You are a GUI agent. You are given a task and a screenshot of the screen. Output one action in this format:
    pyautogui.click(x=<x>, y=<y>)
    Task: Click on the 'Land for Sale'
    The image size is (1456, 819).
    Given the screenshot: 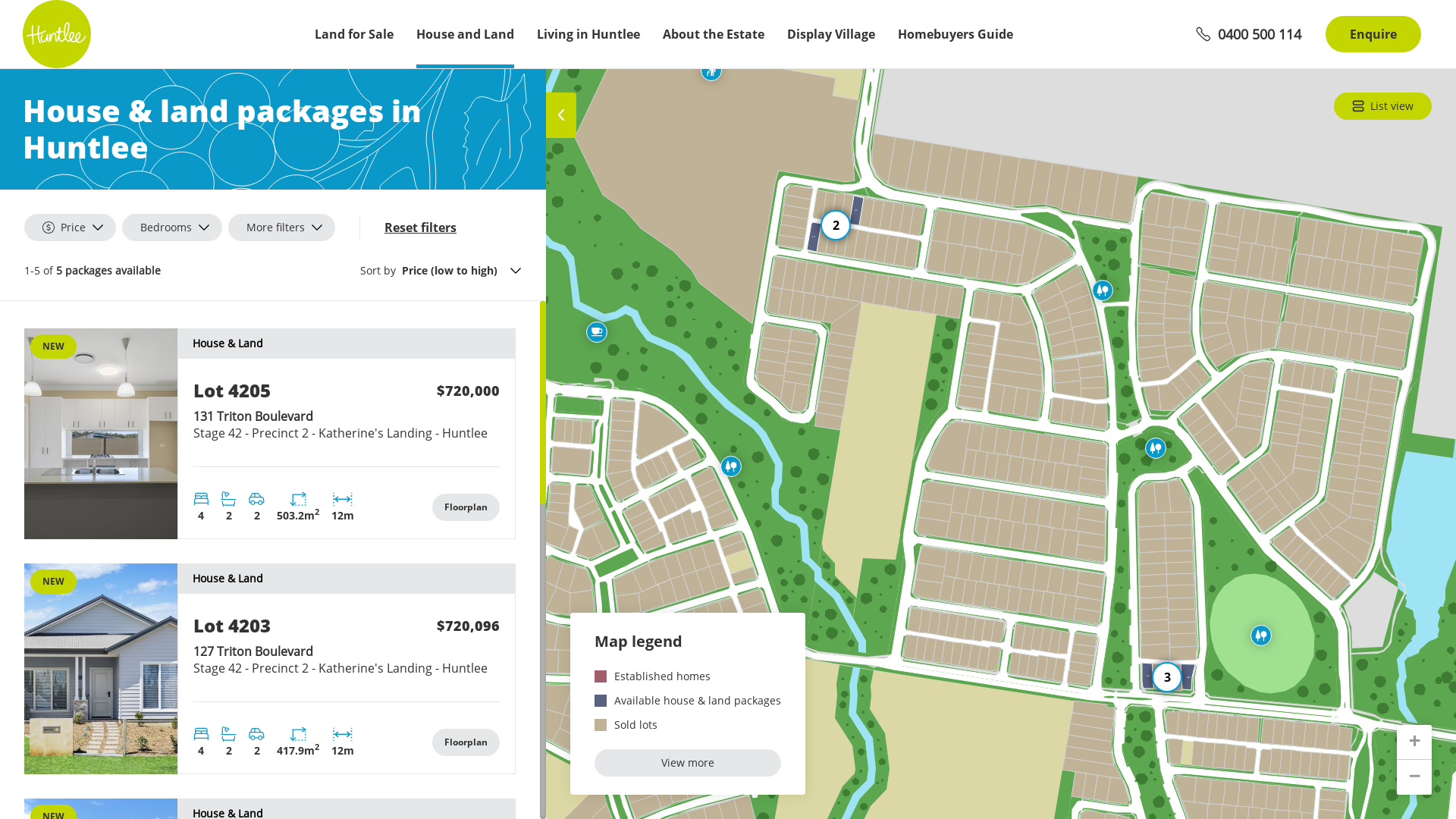 What is the action you would take?
    pyautogui.click(x=353, y=34)
    